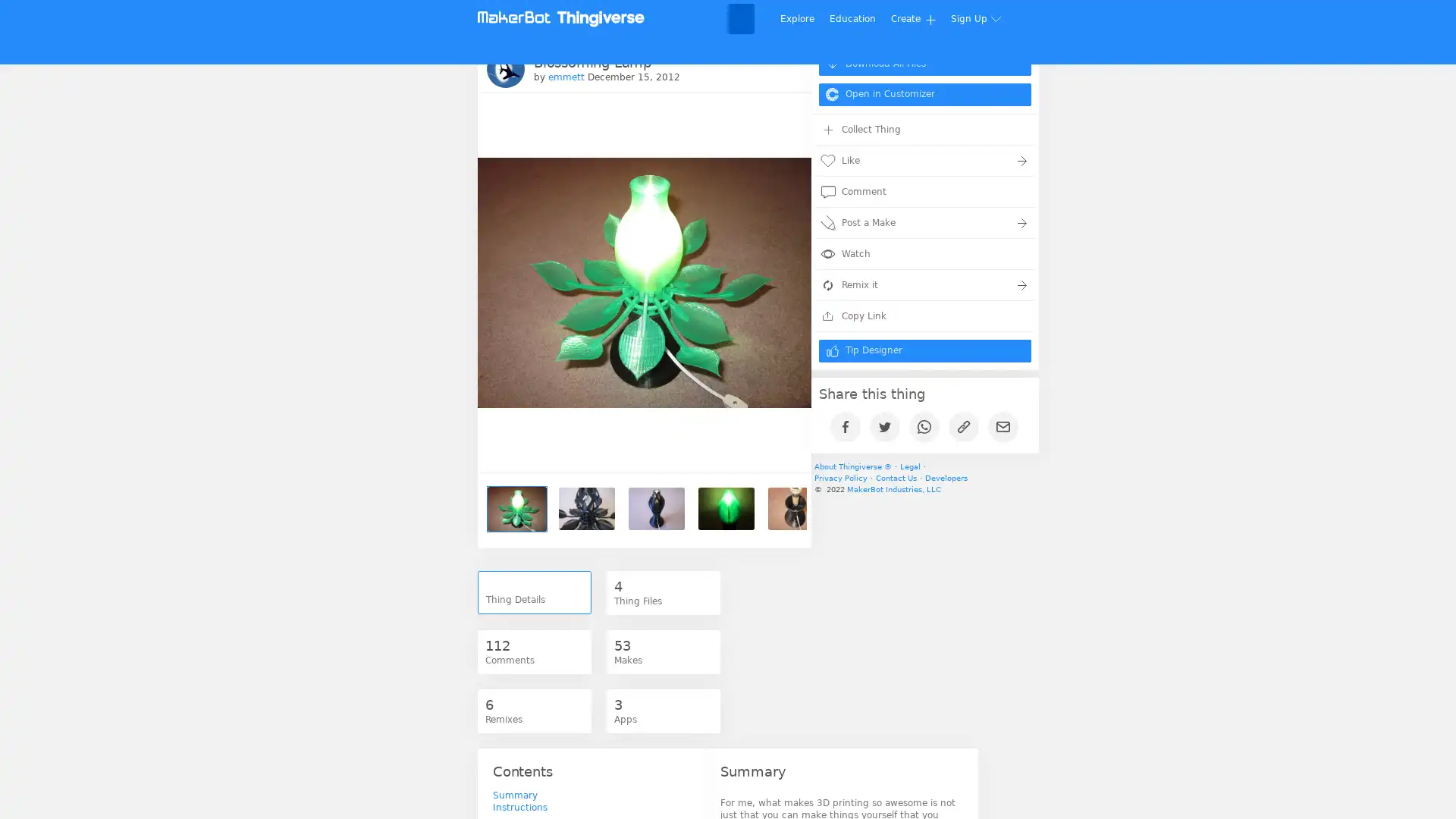 The height and width of the screenshot is (819, 1456). Describe the element at coordinates (977, 18) in the screenshot. I see `Sign Up` at that location.